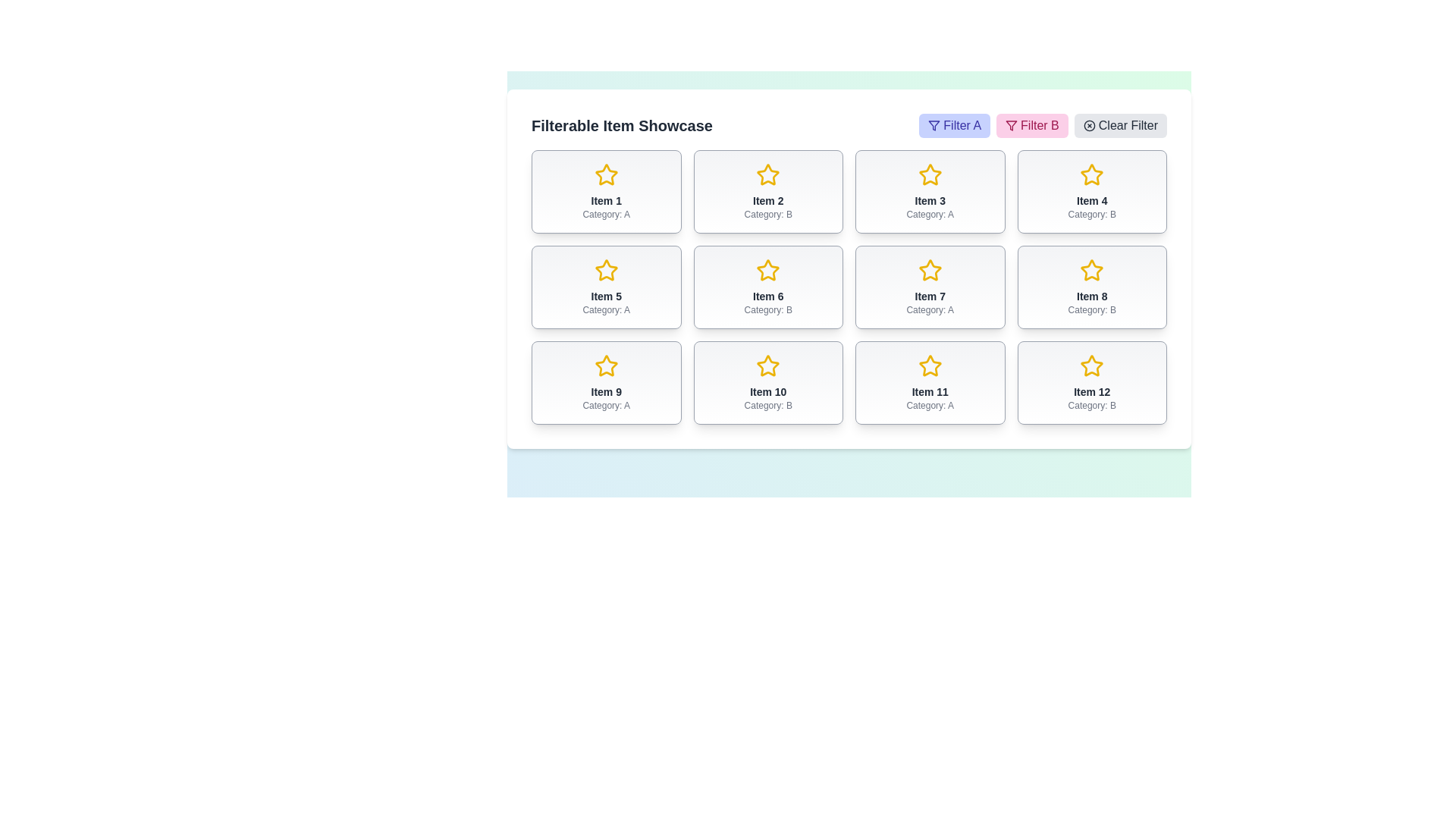 The height and width of the screenshot is (819, 1456). I want to click on the static text label 'Item 3' which is located in the first row, third column of the grid and is centered below a yellow star icon, so click(929, 200).